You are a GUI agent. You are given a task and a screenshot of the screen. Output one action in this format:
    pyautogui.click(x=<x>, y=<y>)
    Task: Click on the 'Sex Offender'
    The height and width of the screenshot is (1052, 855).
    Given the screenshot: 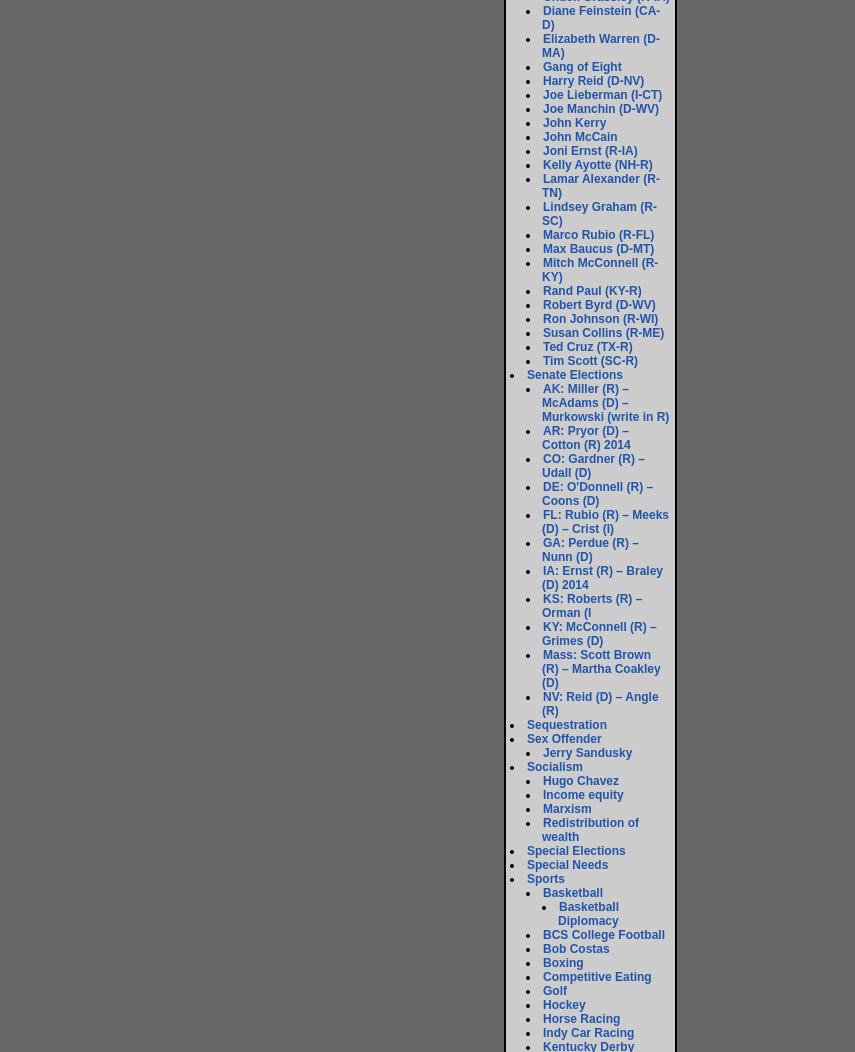 What is the action you would take?
    pyautogui.click(x=562, y=739)
    